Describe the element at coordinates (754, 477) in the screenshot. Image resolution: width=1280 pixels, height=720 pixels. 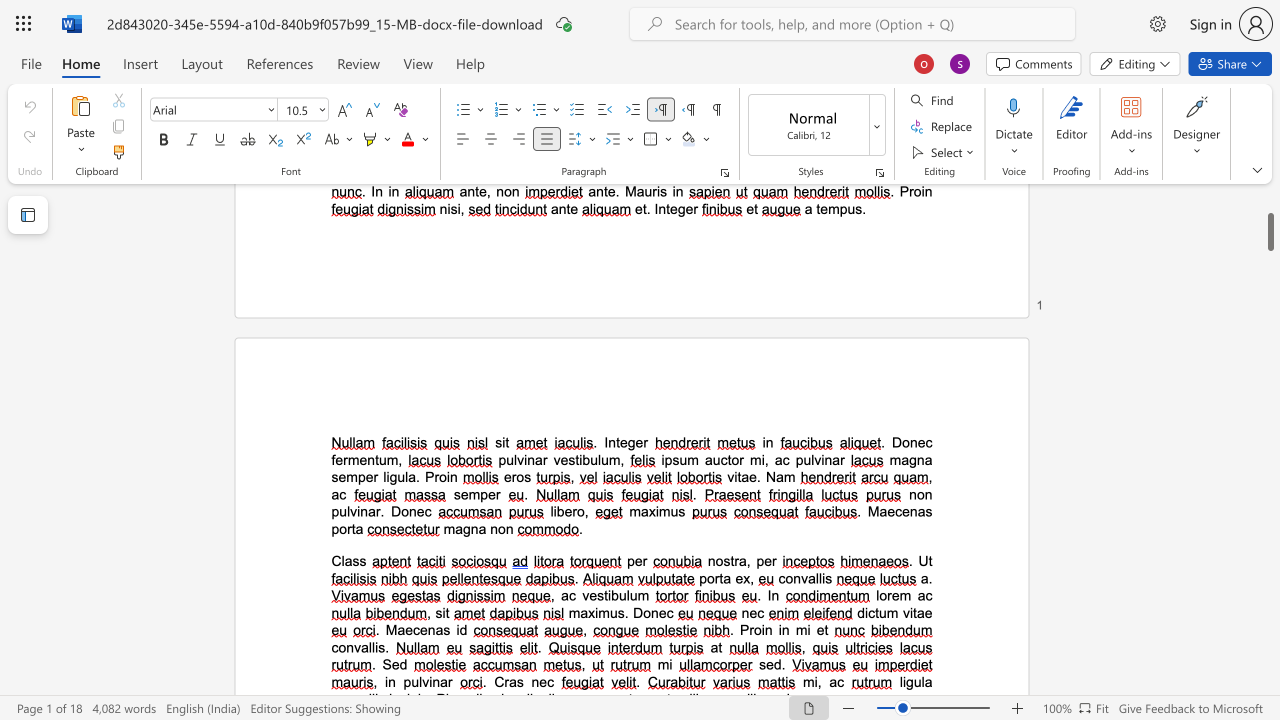
I see `the space between the continuous character "e" and "." in the text` at that location.